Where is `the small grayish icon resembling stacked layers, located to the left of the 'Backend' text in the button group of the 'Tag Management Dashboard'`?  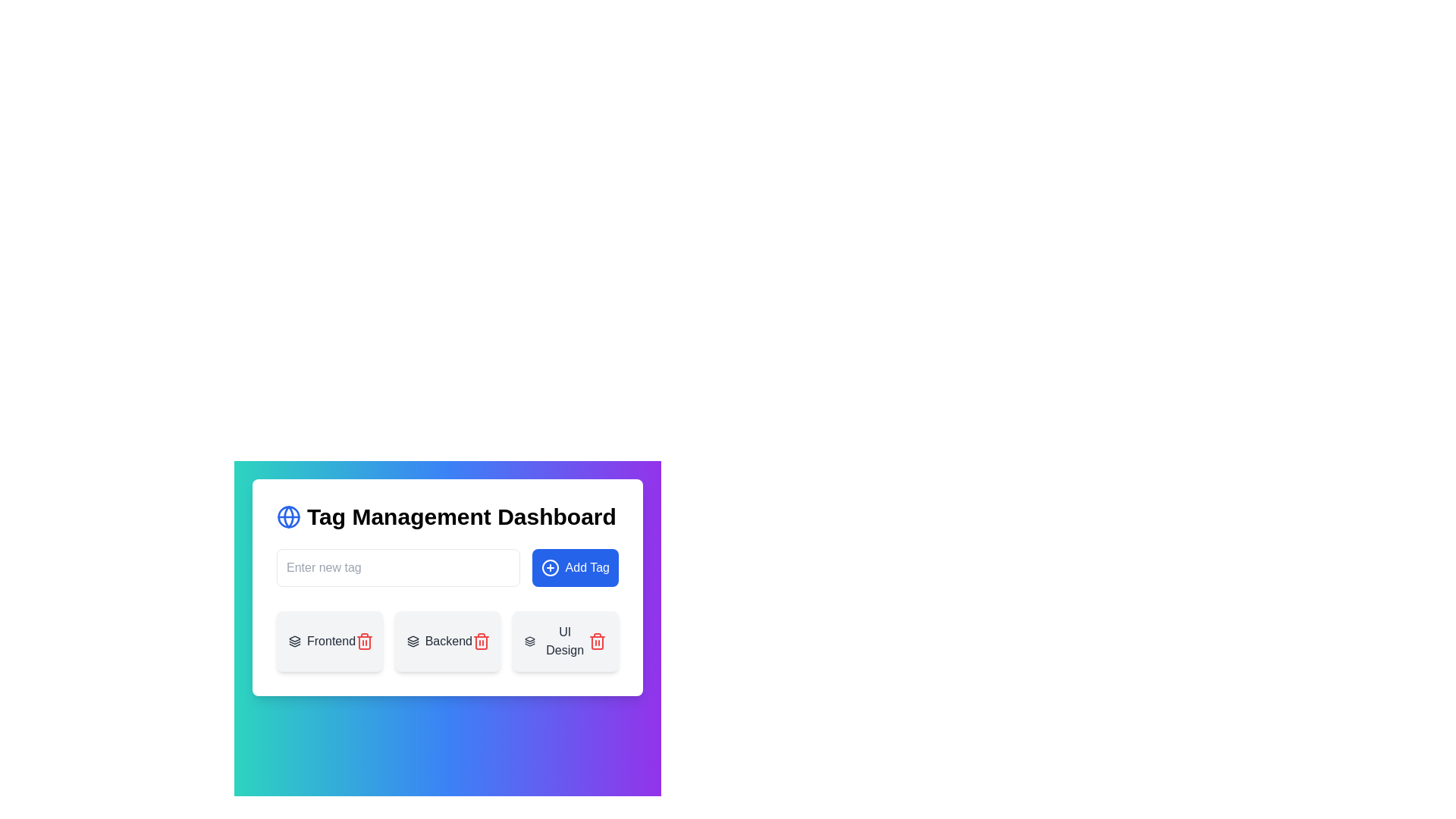
the small grayish icon resembling stacked layers, located to the left of the 'Backend' text in the button group of the 'Tag Management Dashboard' is located at coordinates (413, 641).